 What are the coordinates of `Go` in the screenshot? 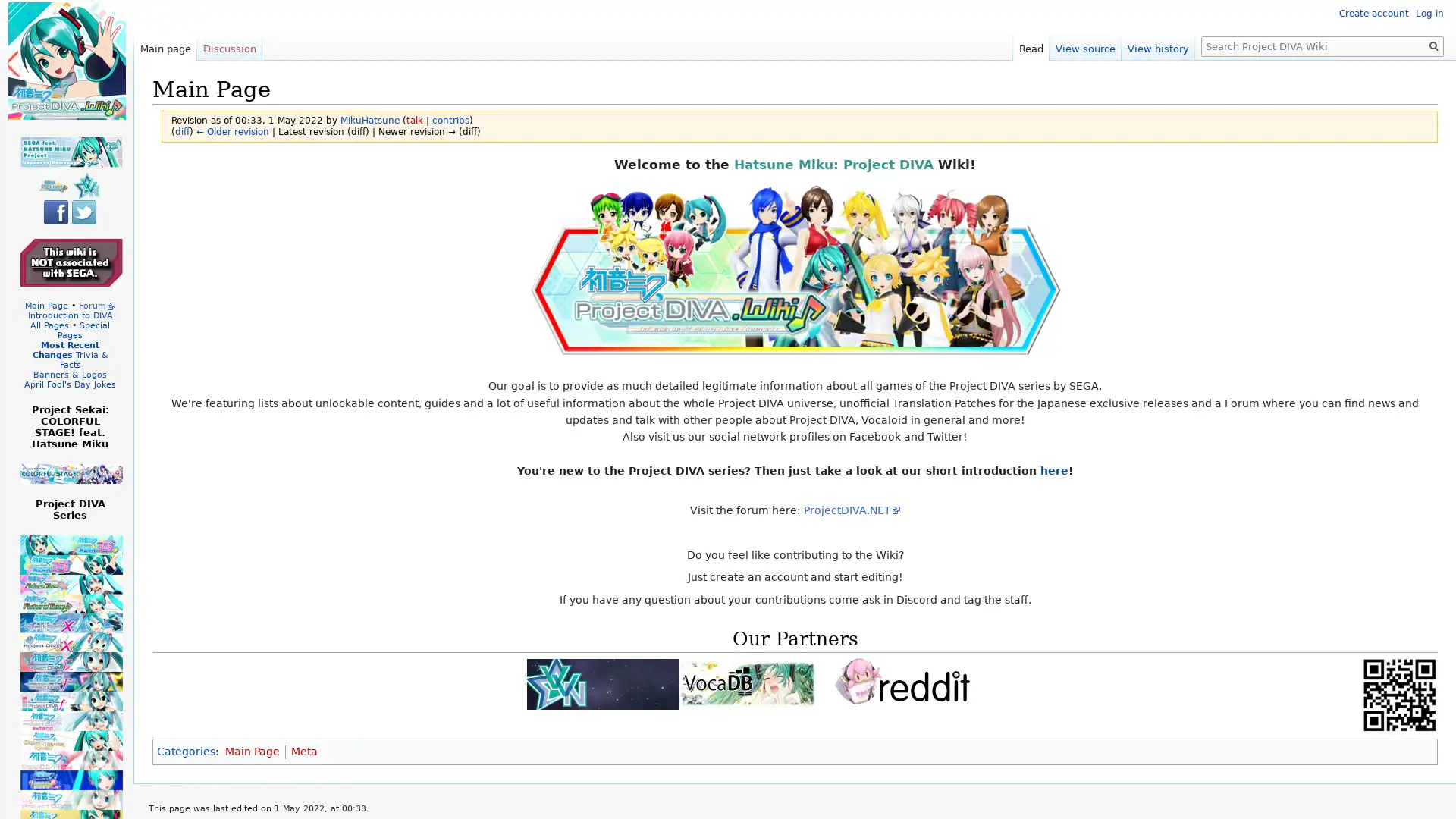 It's located at (1433, 45).